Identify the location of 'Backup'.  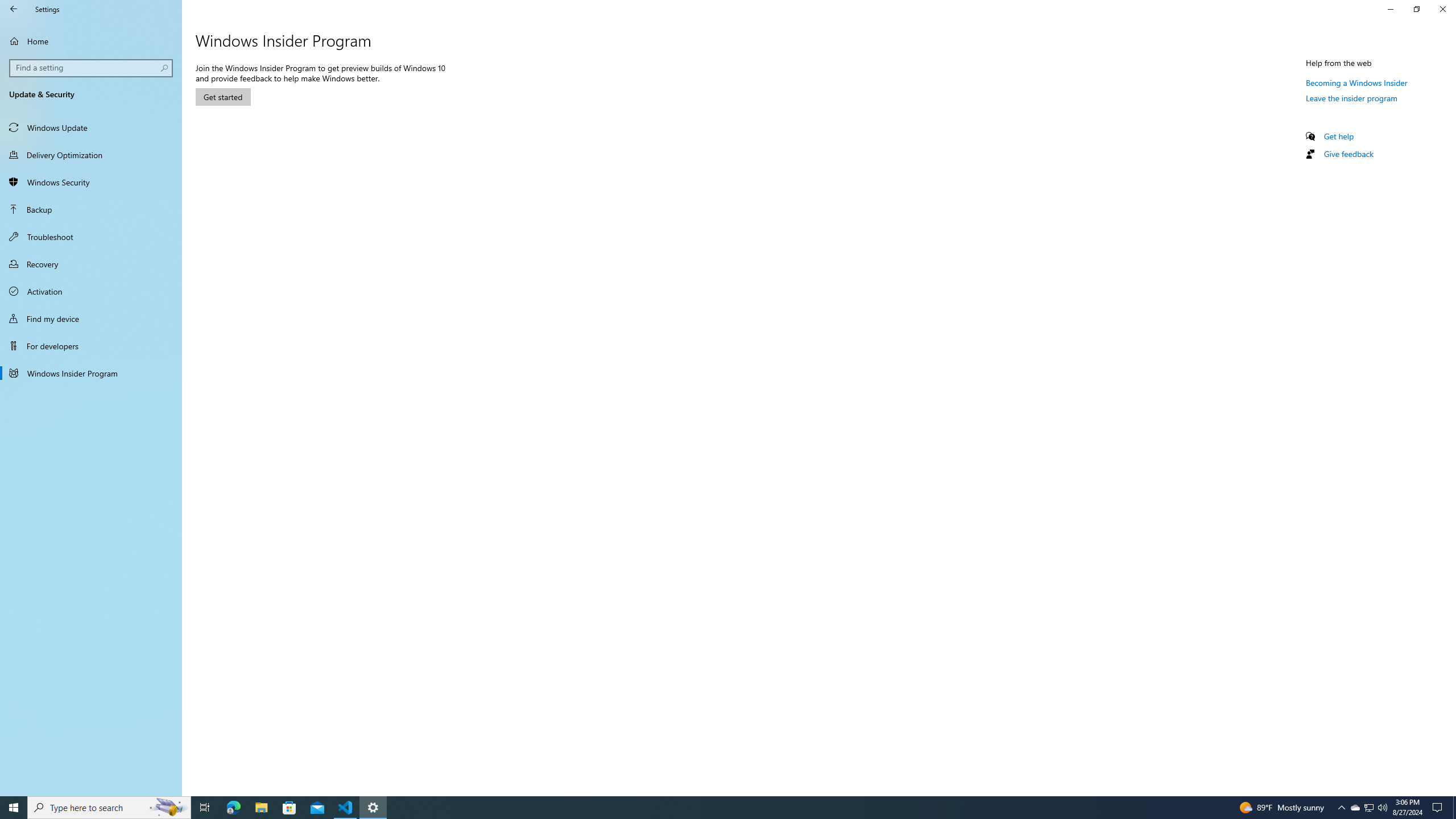
(90, 209).